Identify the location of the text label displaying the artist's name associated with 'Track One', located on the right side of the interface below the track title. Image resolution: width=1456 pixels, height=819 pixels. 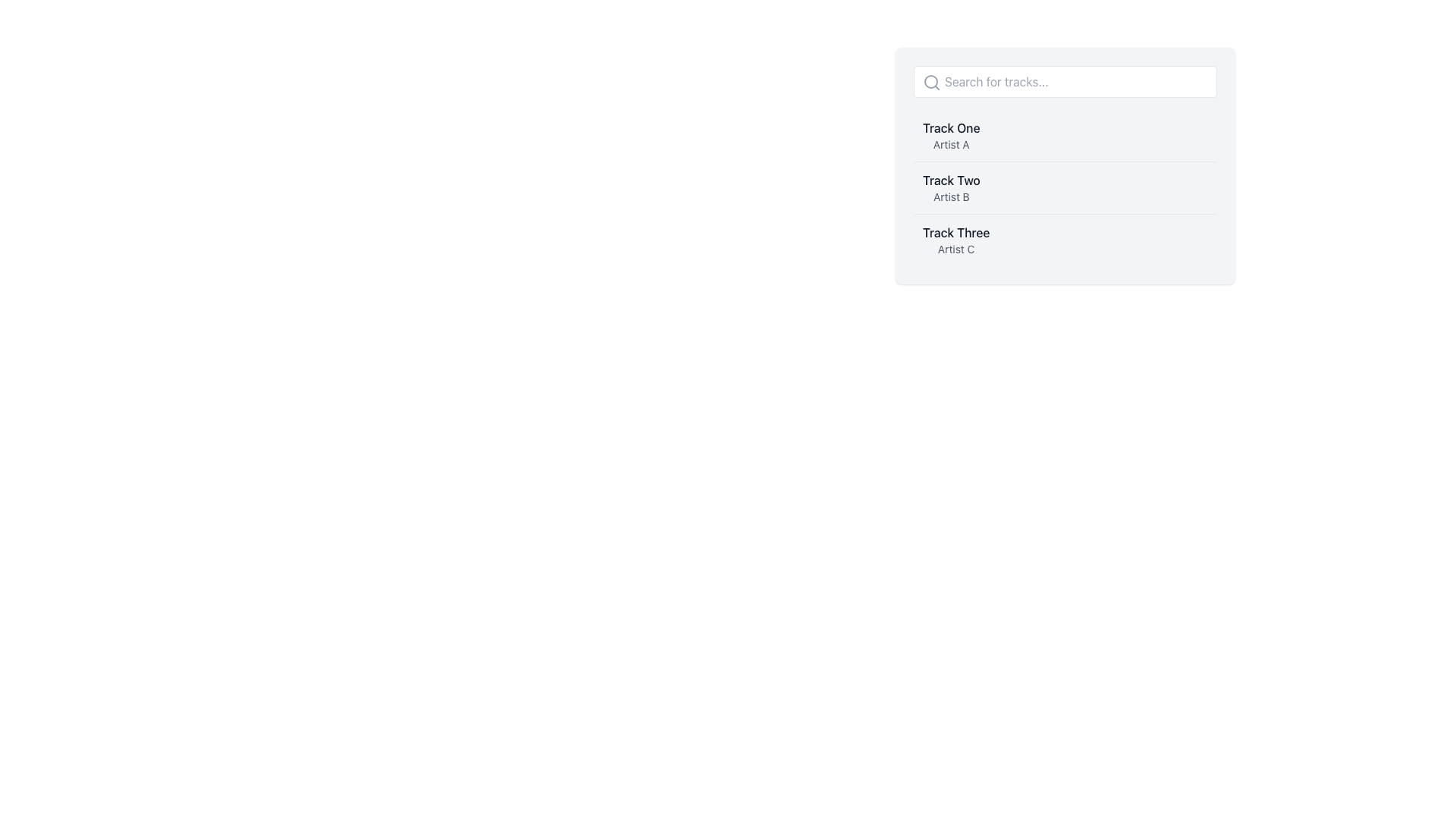
(950, 145).